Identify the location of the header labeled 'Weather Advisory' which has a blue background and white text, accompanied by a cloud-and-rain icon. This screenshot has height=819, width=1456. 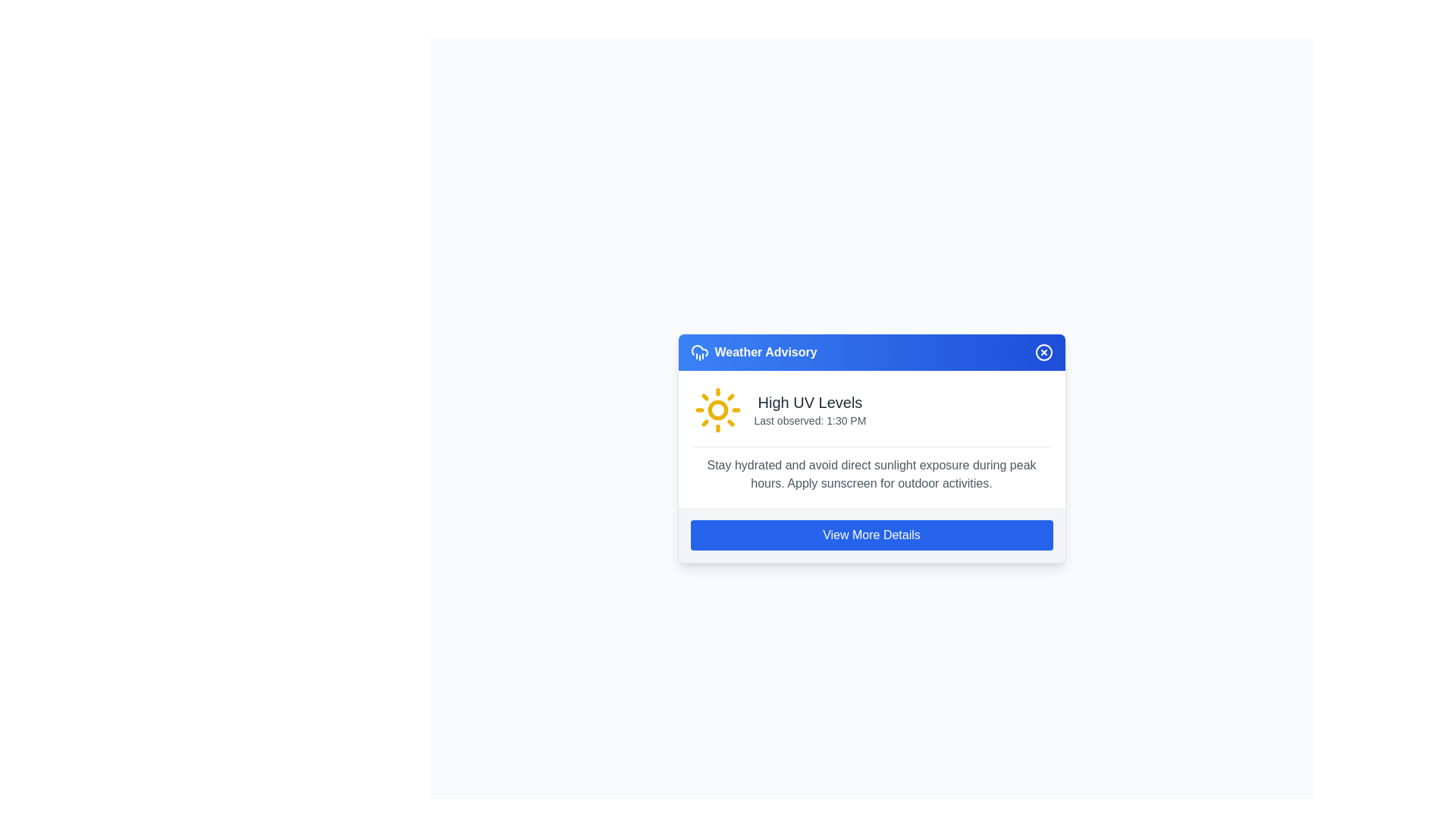
(754, 352).